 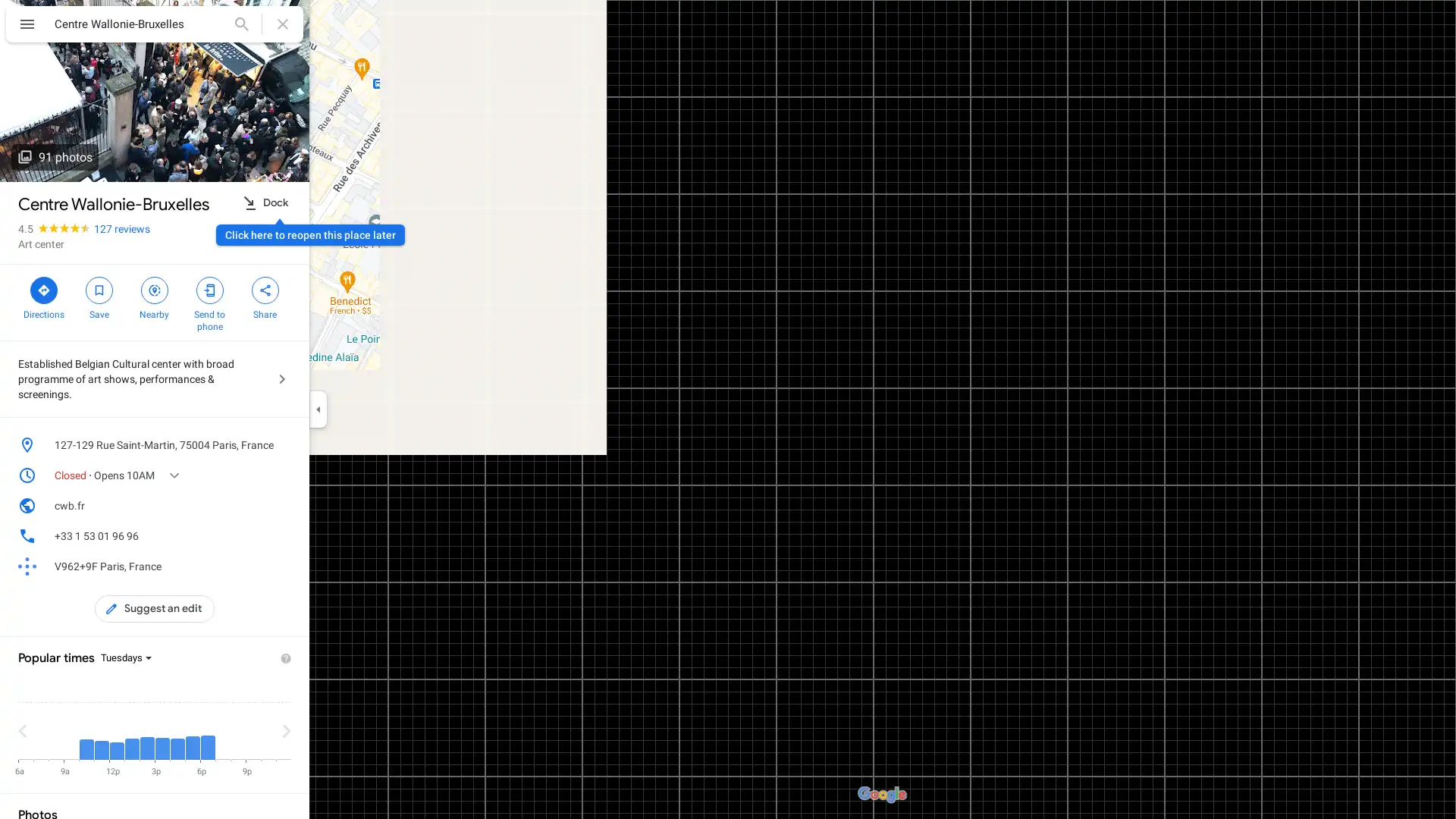 I want to click on Go to the next day, so click(x=287, y=730).